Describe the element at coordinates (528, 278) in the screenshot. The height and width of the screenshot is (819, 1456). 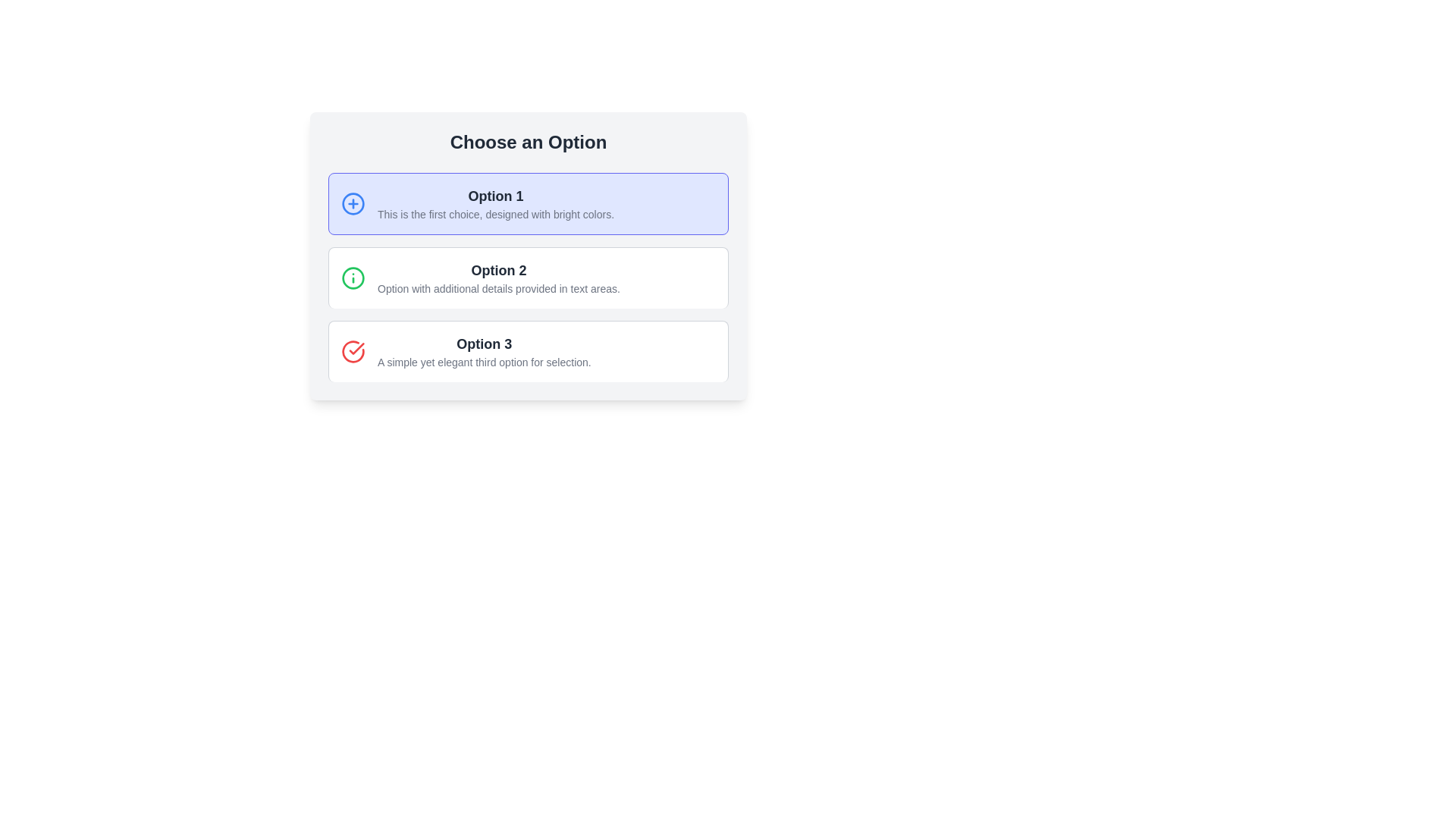
I see `the selectable option titled 'Option 2' located between 'Option 1' and 'Option 3' under the heading 'Choose an Option'` at that location.